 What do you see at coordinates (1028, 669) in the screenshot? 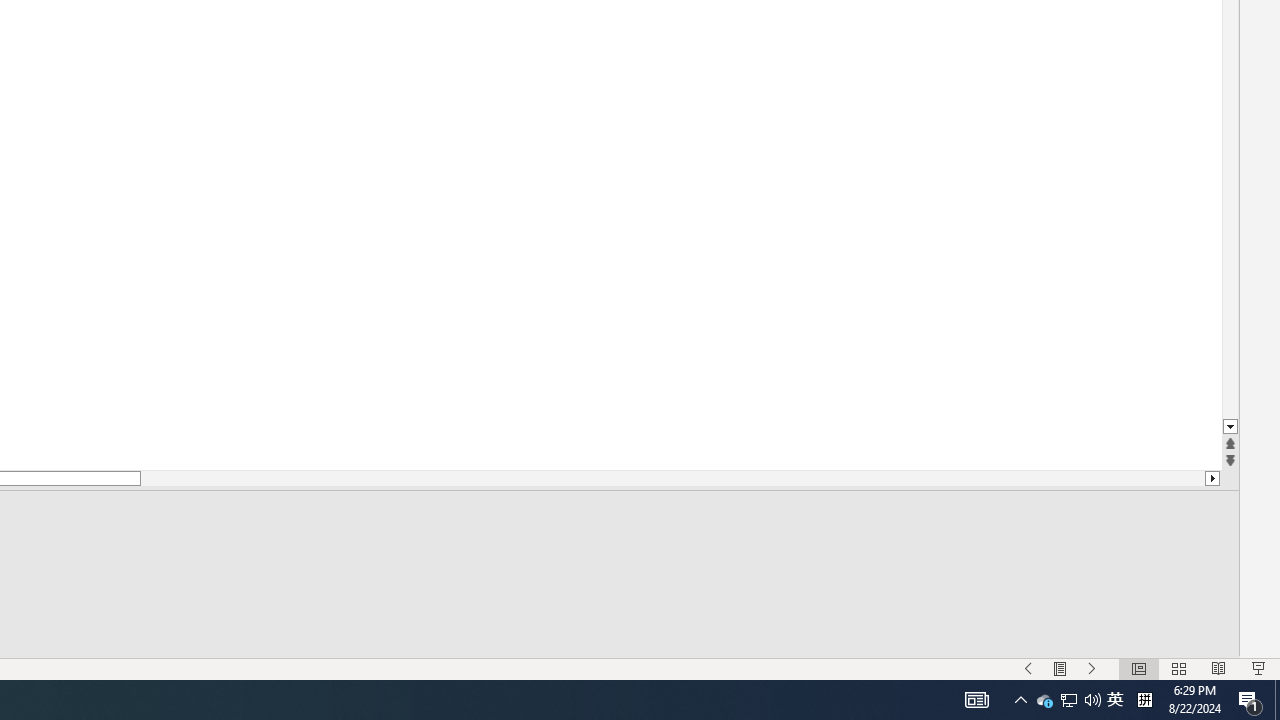
I see `'Slide Show Previous On'` at bounding box center [1028, 669].